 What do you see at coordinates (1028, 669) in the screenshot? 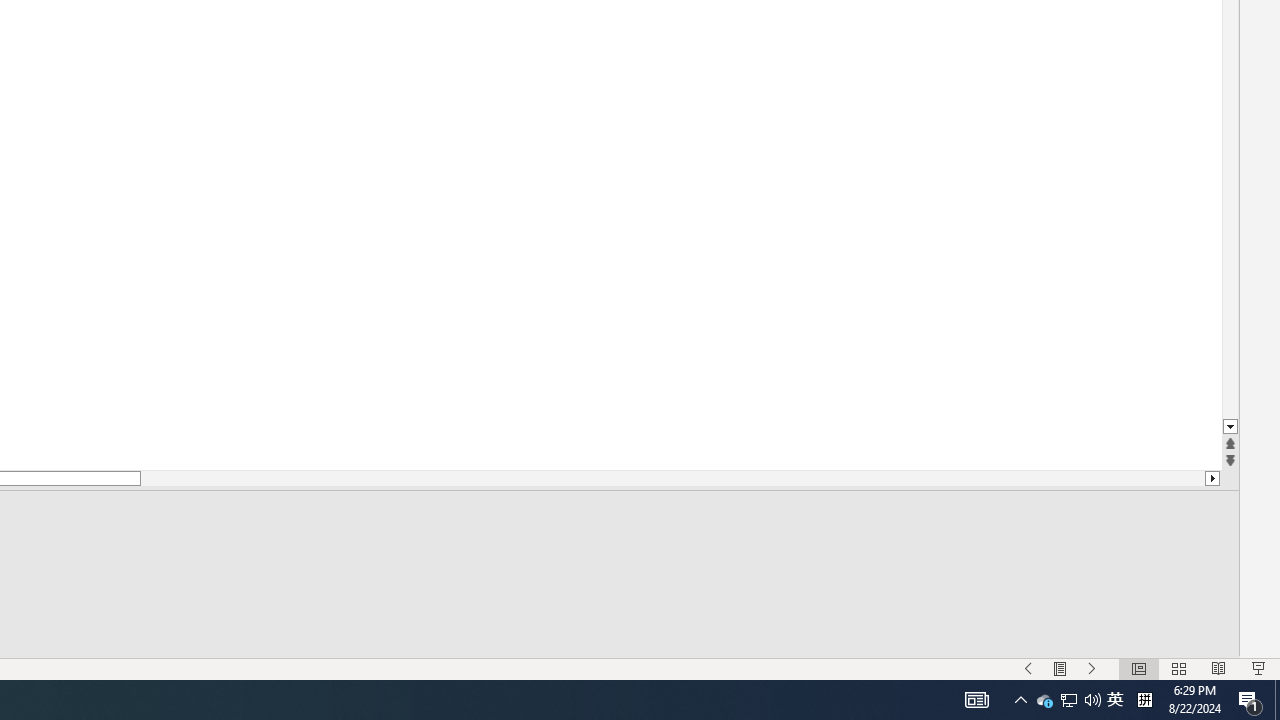
I see `'Slide Show Previous On'` at bounding box center [1028, 669].